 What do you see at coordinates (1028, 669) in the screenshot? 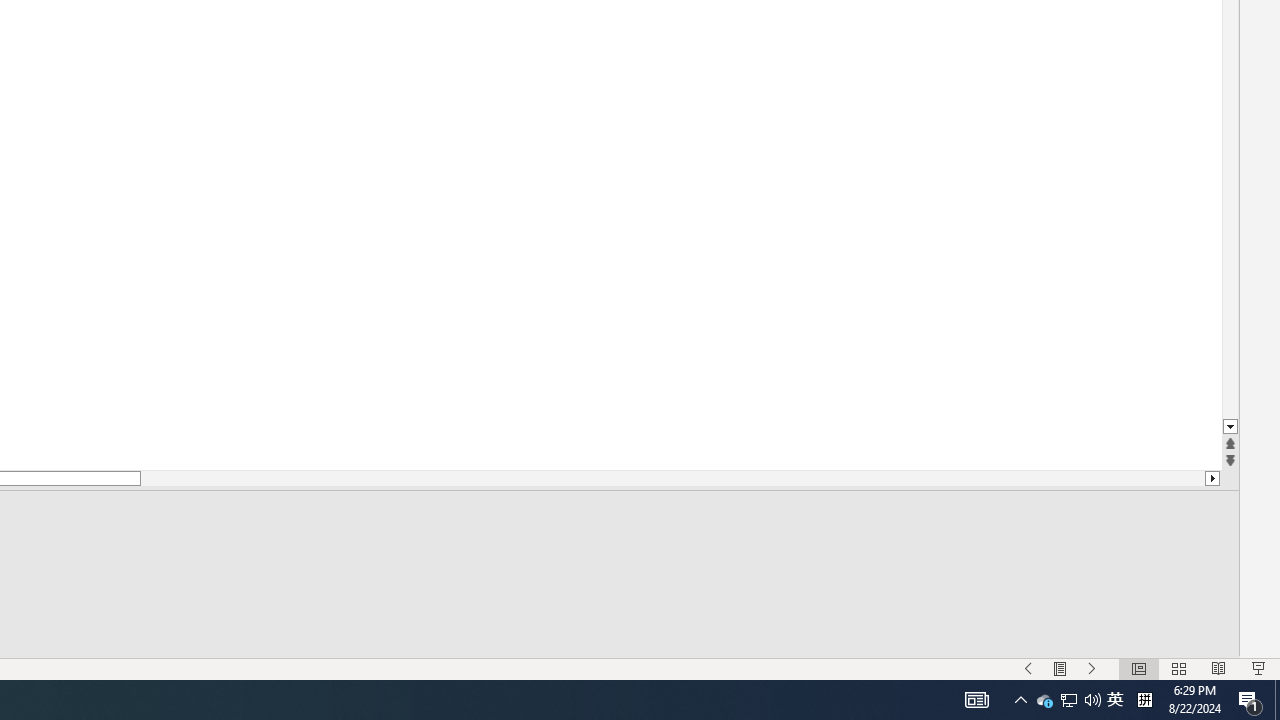
I see `'Slide Show Previous On'` at bounding box center [1028, 669].